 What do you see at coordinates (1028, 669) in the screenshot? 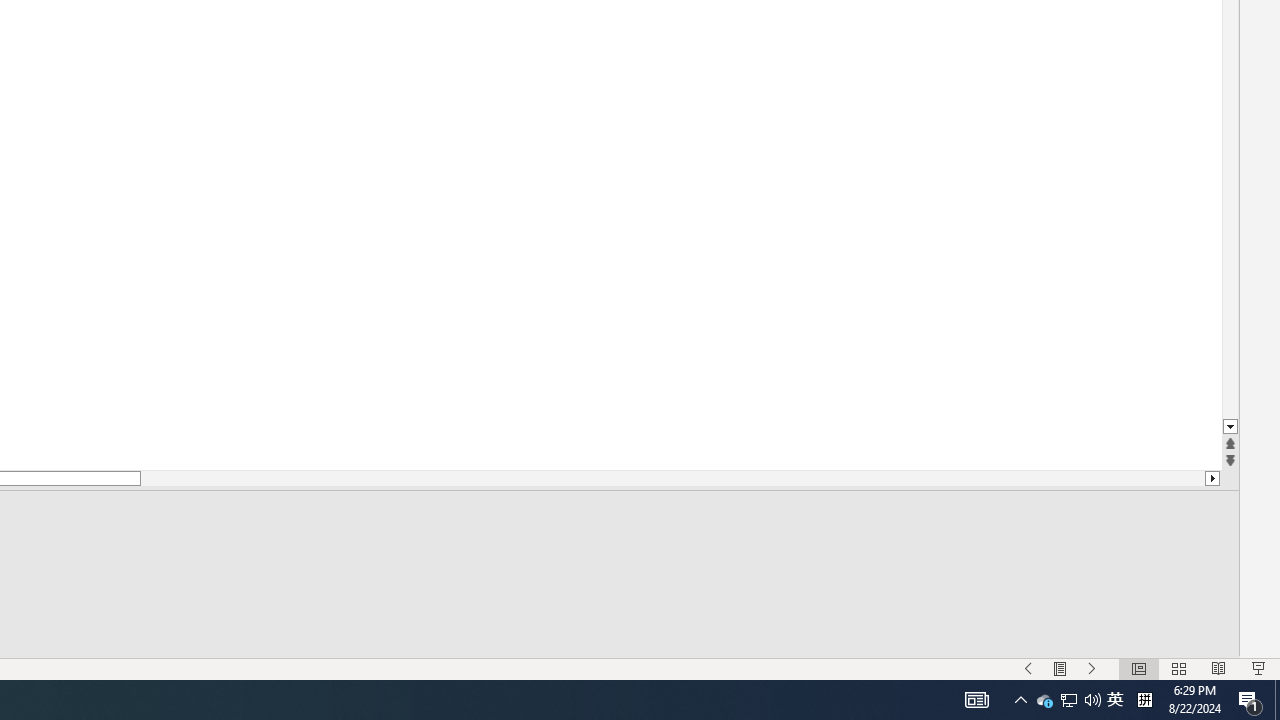
I see `'Slide Show Previous On'` at bounding box center [1028, 669].